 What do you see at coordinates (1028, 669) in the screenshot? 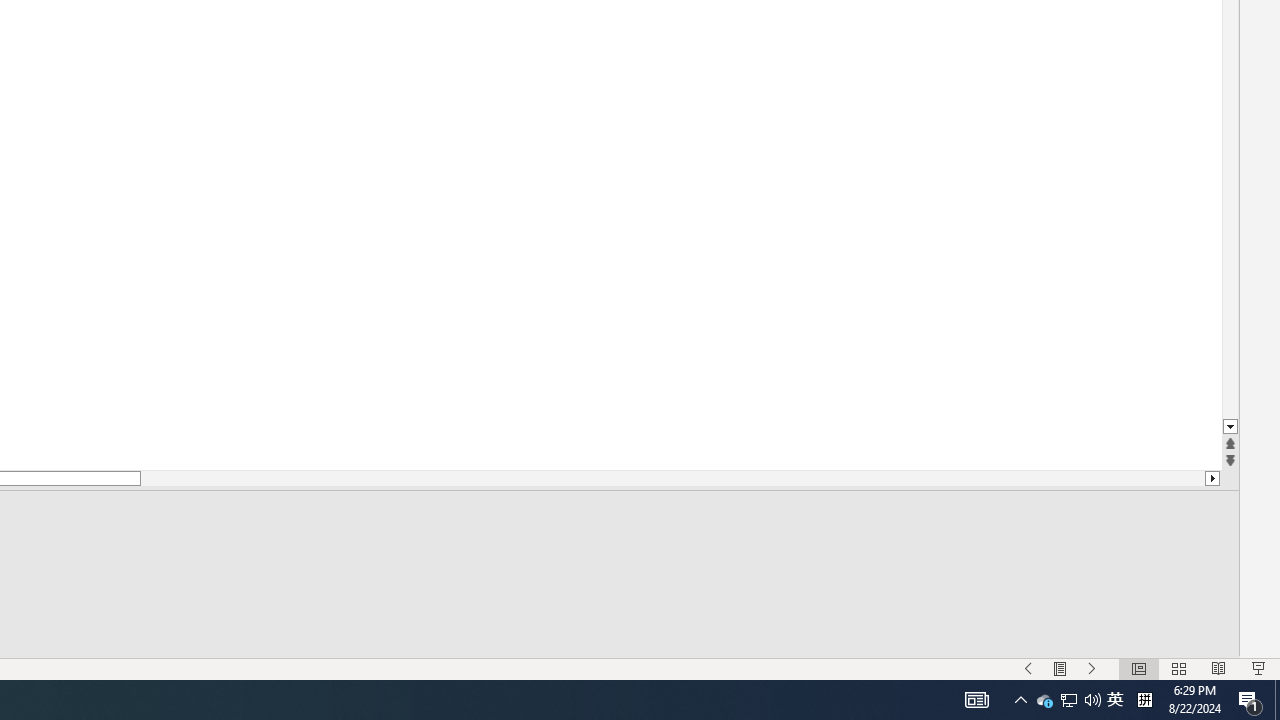
I see `'Slide Show Previous On'` at bounding box center [1028, 669].